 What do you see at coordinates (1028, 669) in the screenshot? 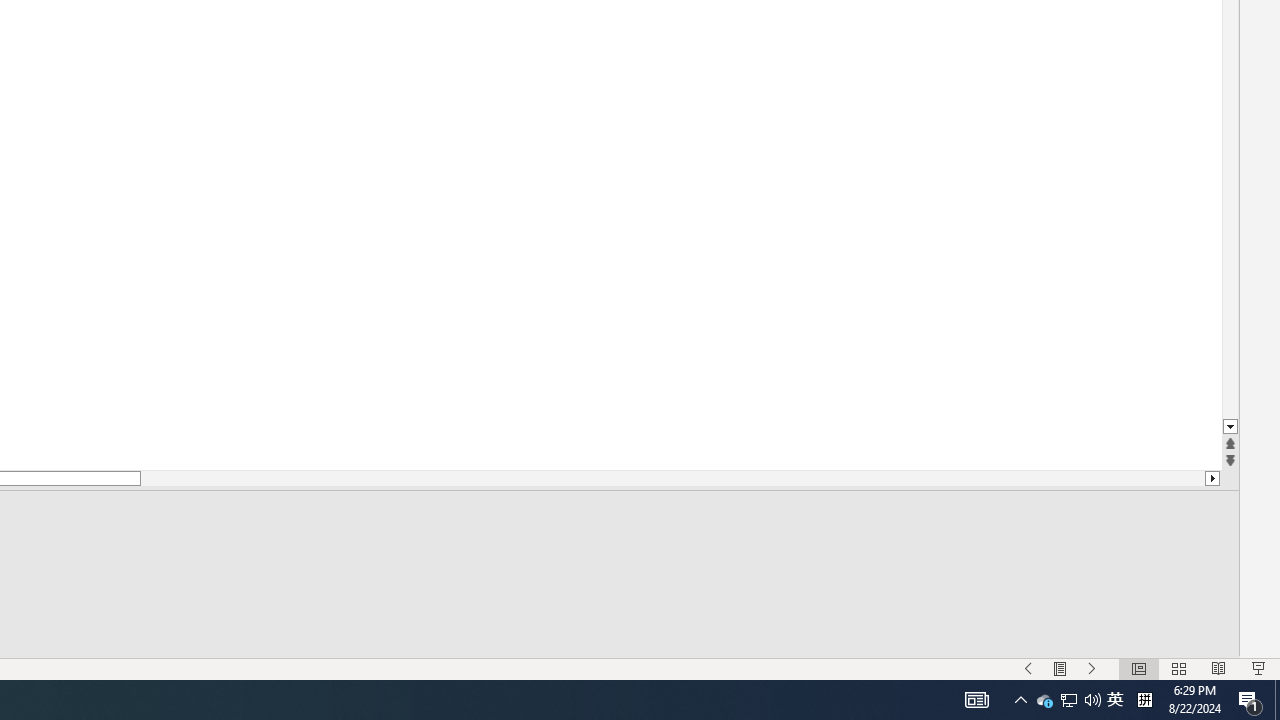
I see `'Slide Show Previous On'` at bounding box center [1028, 669].